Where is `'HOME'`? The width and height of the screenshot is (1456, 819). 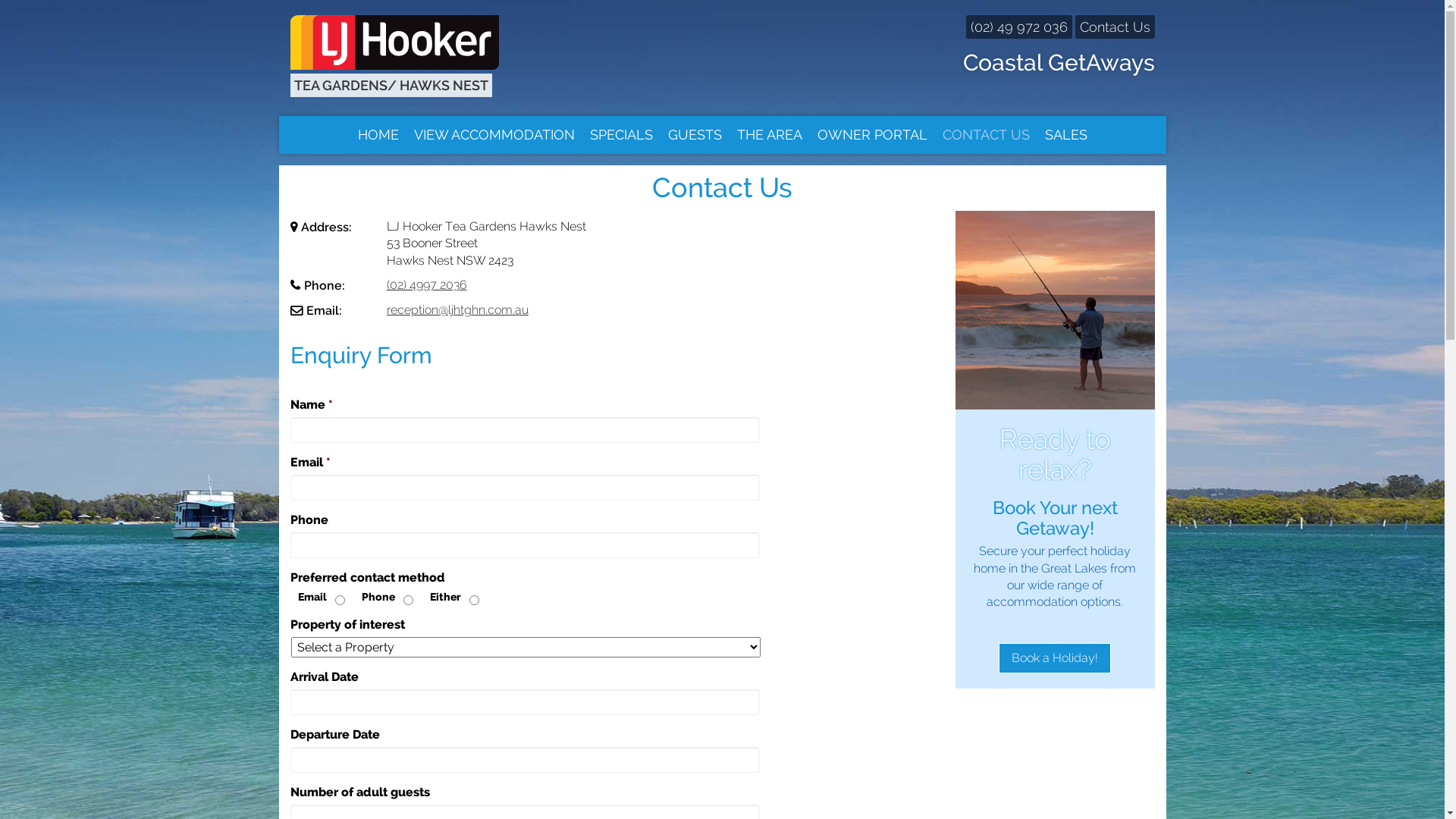
'HOME' is located at coordinates (378, 133).